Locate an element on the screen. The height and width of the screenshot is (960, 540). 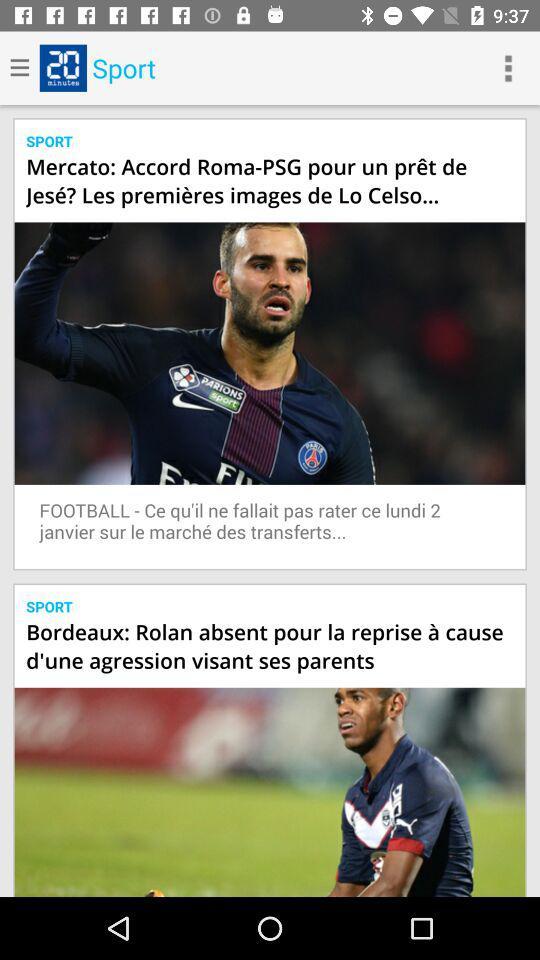
the button which is right to menu button is located at coordinates (63, 68).